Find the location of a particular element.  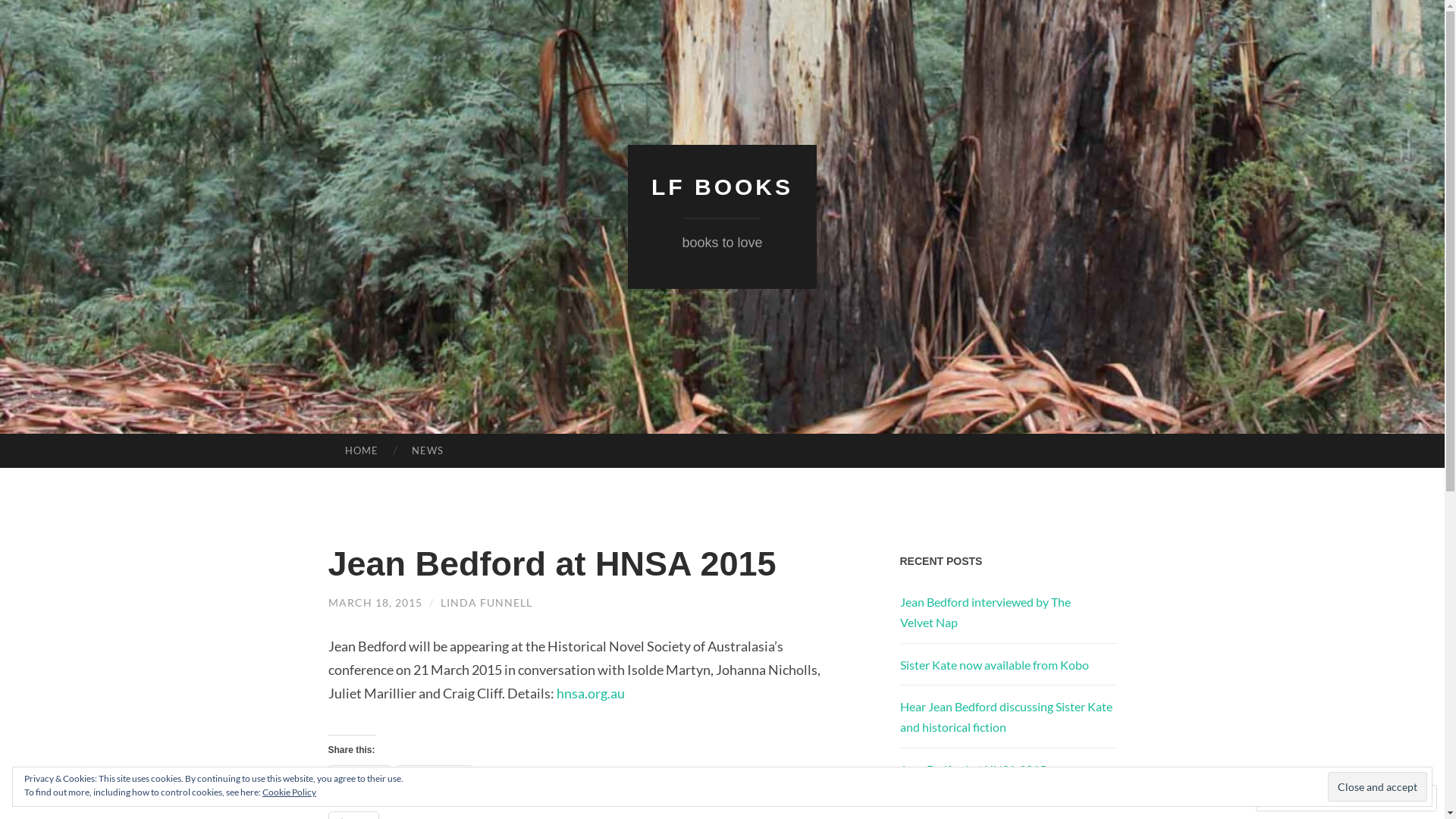

'hnsa.org.au' is located at coordinates (589, 693).